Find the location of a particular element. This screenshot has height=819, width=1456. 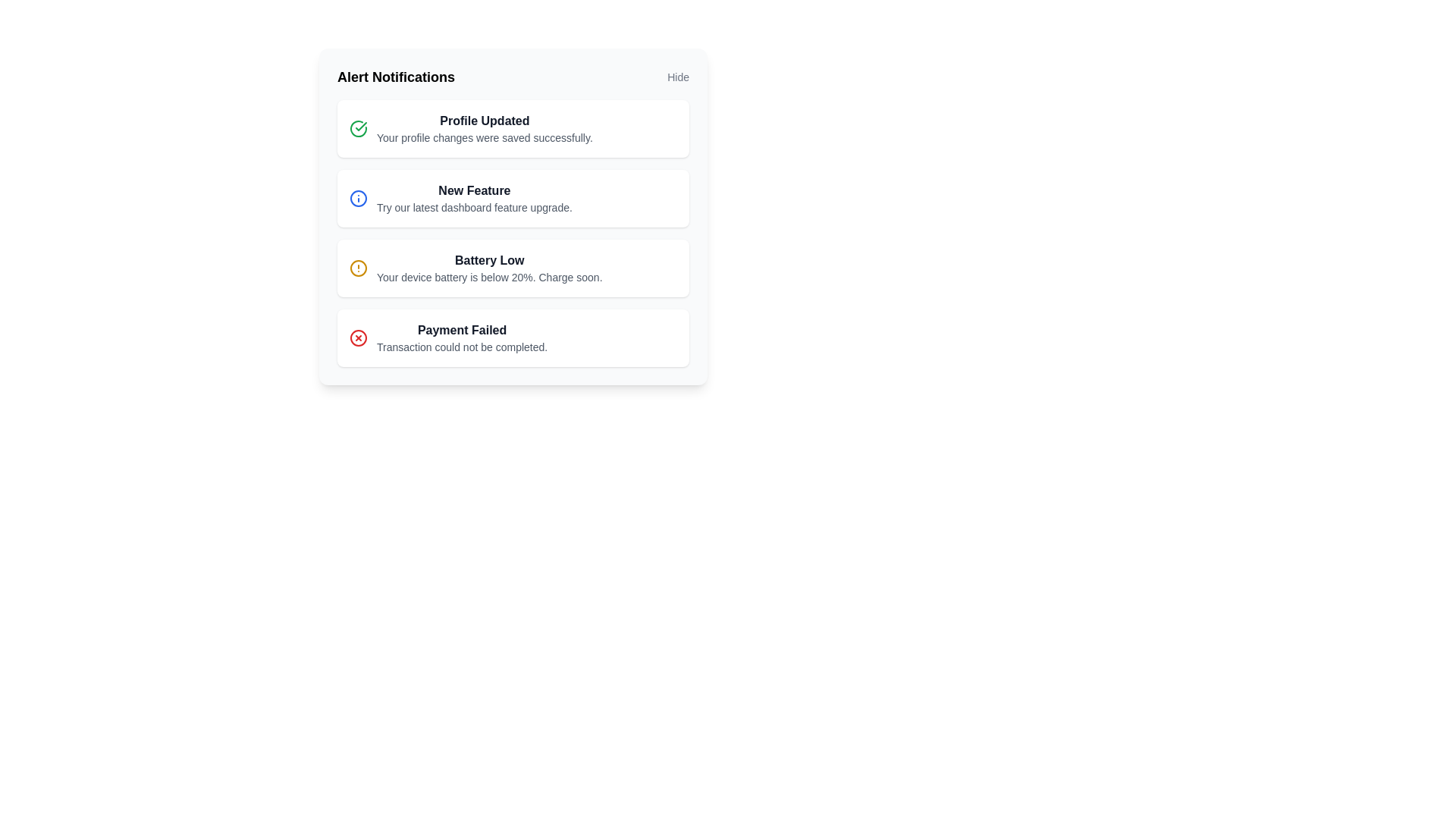

additional detail text about the low battery status located in the third notification card titled 'Alert Notifications', positioned below the heading 'Battery Low' is located at coordinates (489, 278).